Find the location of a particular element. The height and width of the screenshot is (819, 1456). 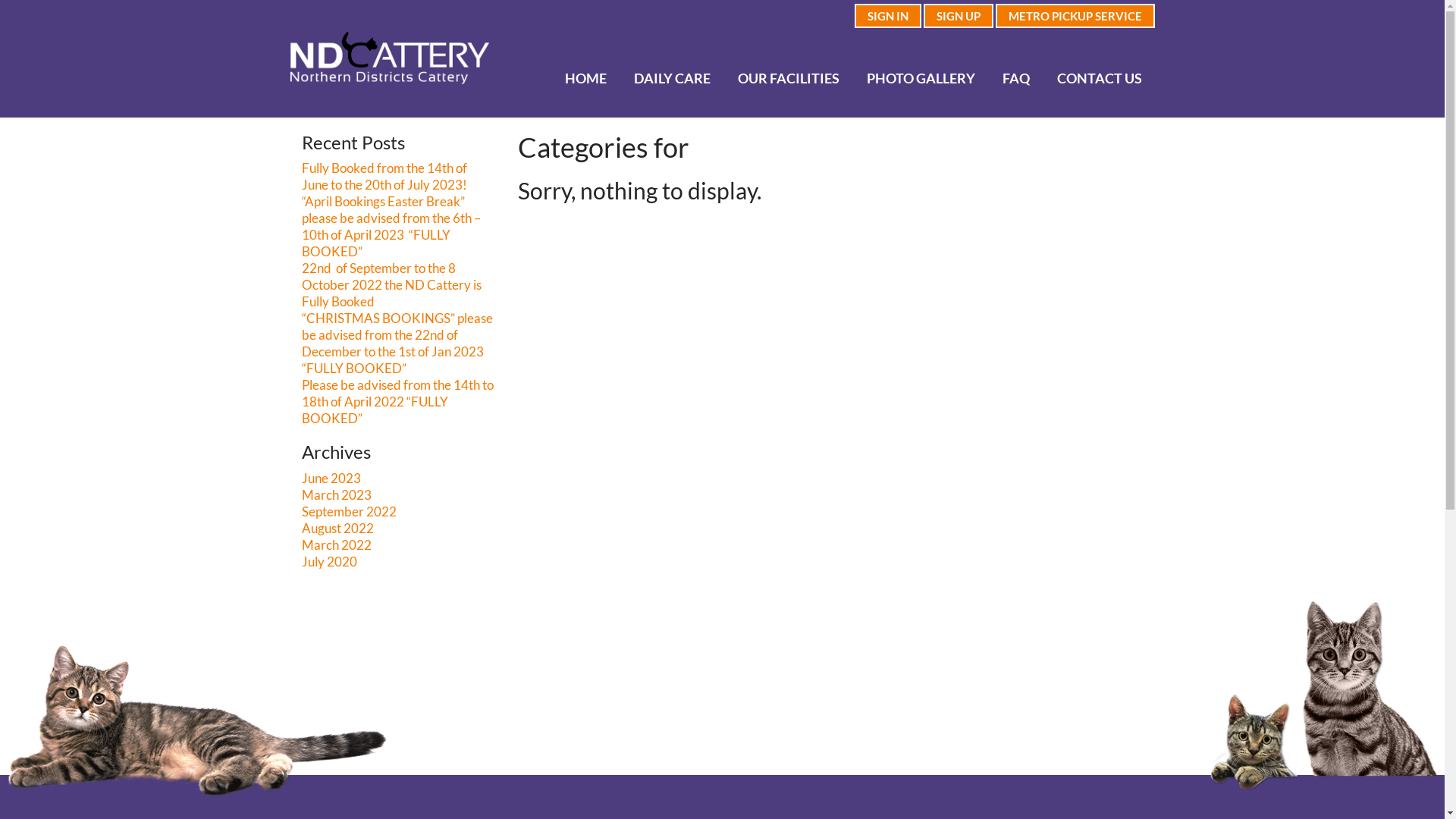

'HOME' is located at coordinates (551, 77).